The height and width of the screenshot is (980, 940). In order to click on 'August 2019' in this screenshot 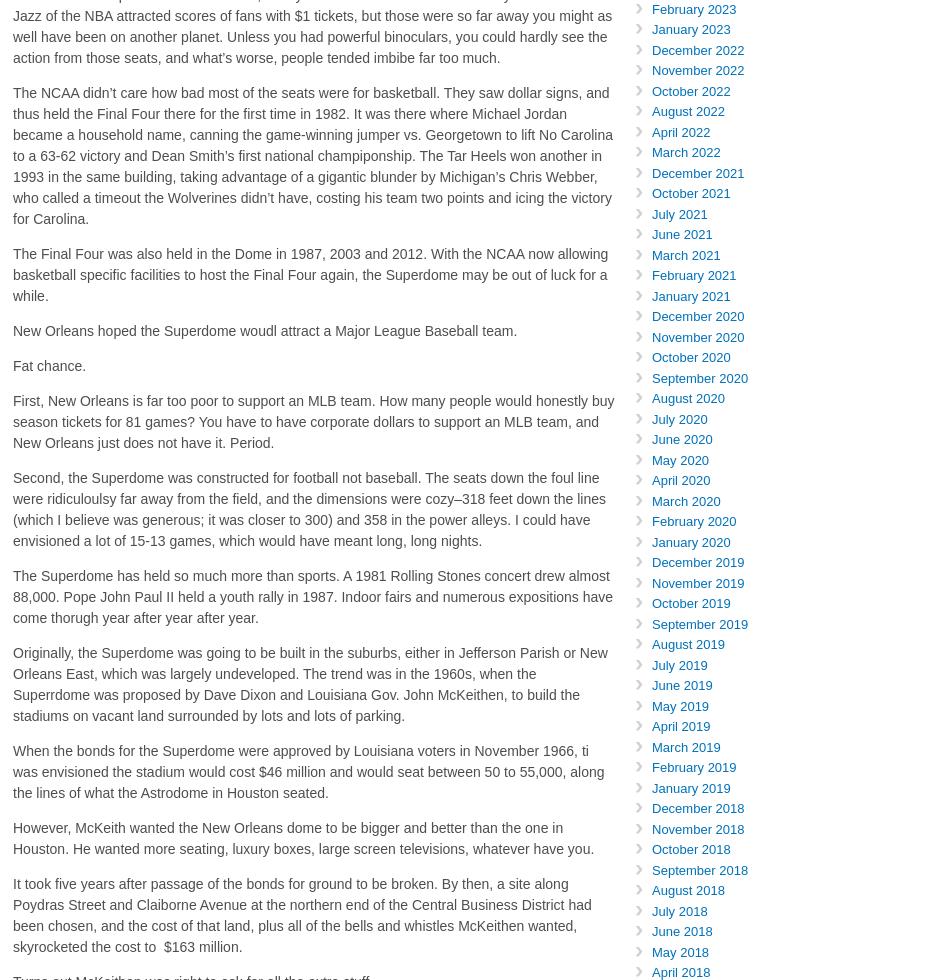, I will do `click(651, 644)`.